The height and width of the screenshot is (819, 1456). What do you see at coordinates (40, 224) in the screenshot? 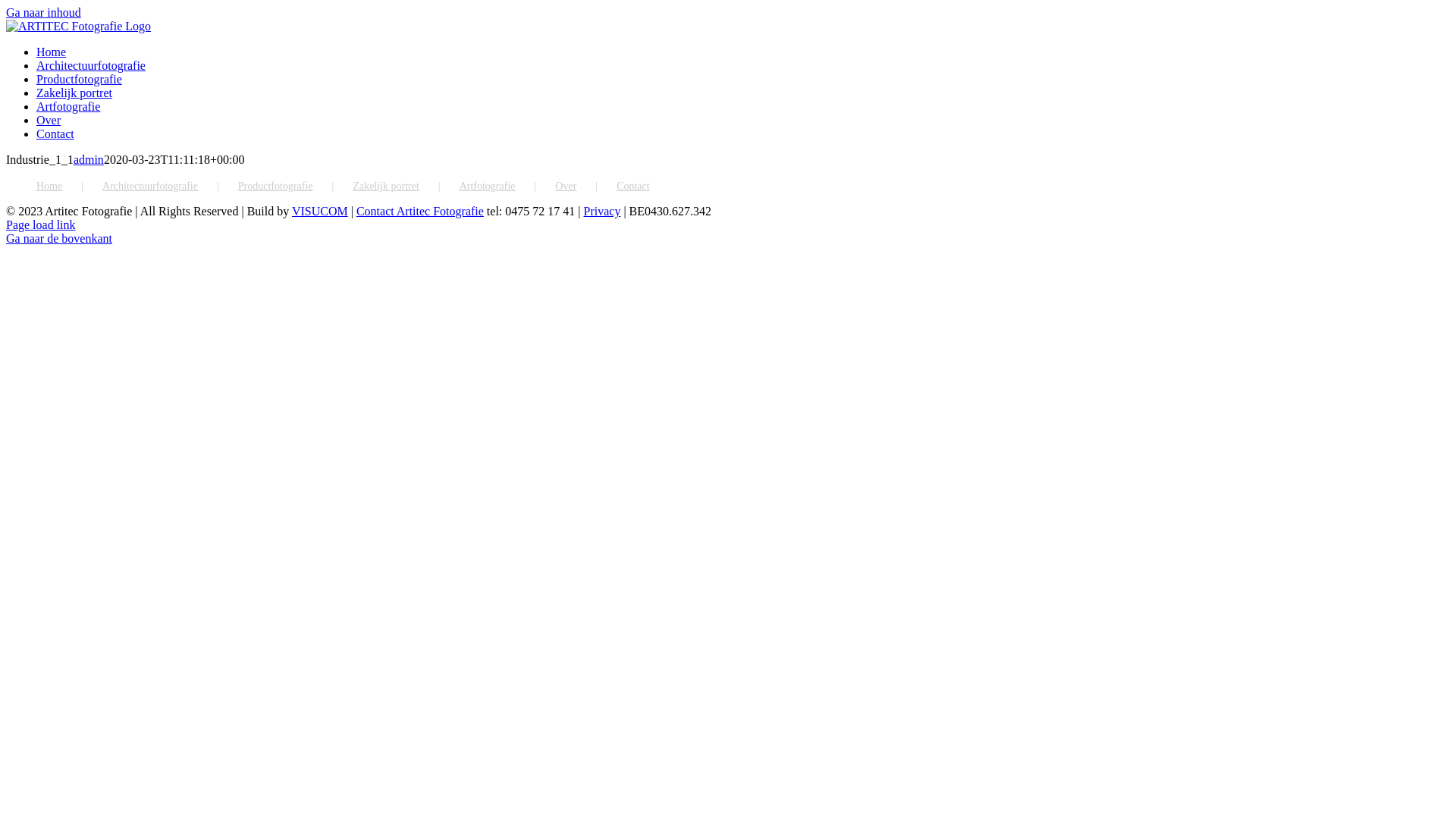
I see `'Page load link'` at bounding box center [40, 224].